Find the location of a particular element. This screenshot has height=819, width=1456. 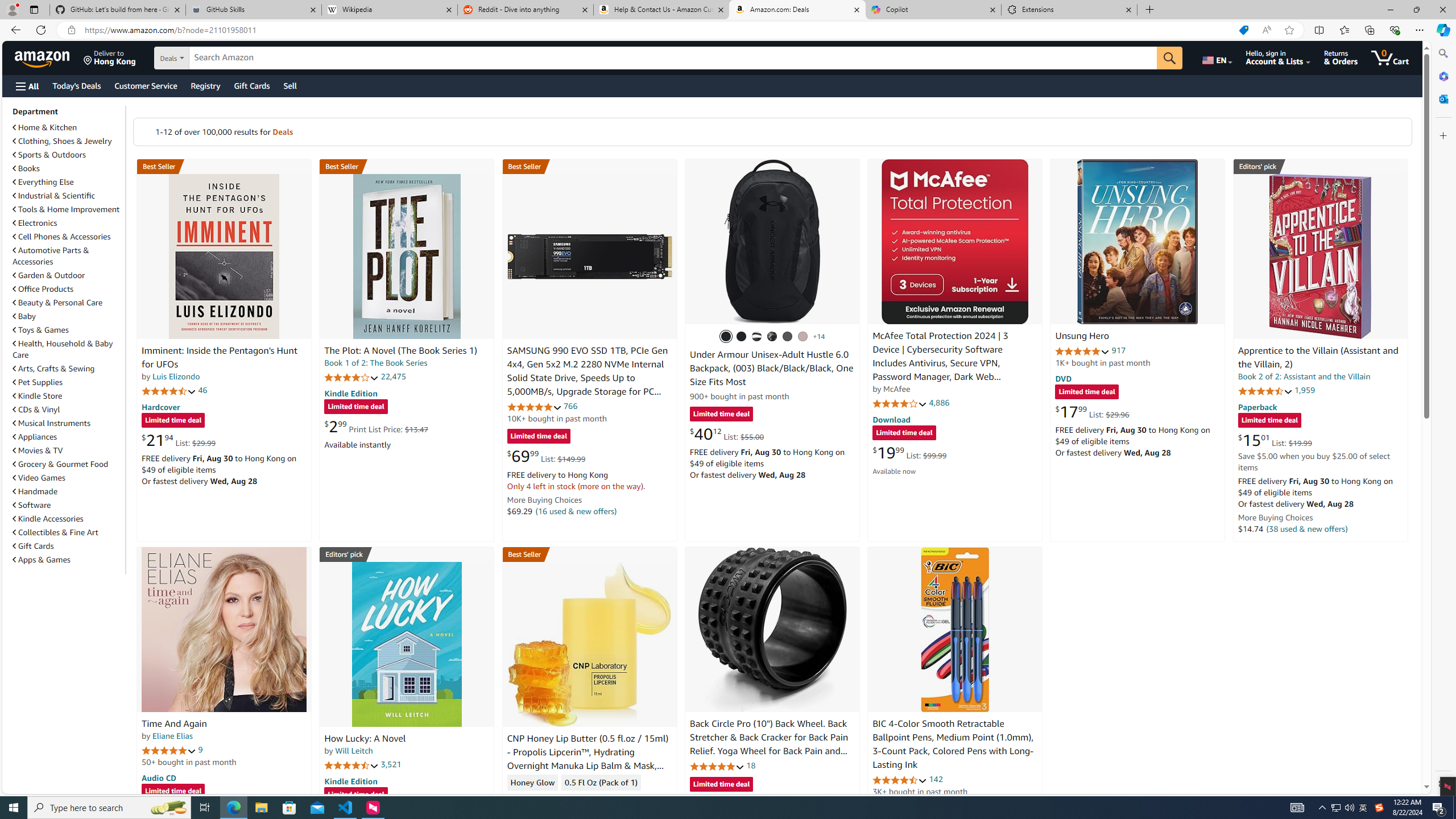

'Shopping in Microsoft Edge' is located at coordinates (1243, 30).